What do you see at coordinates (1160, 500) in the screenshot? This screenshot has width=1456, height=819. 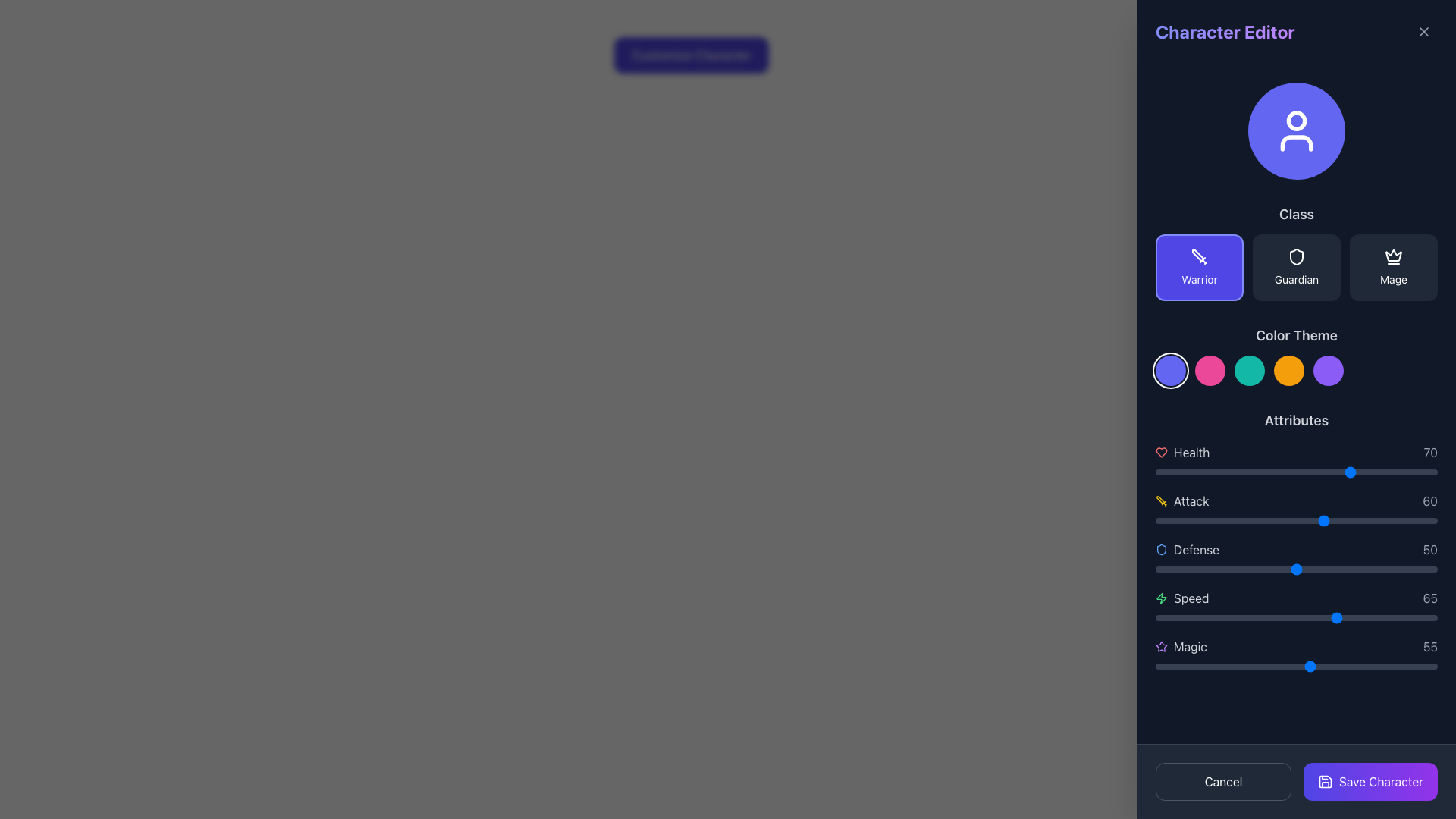 I see `or interpret the 'Attack' icon located to the left of the text 'attack' in the Attributes section of the Character Editor interface` at bounding box center [1160, 500].